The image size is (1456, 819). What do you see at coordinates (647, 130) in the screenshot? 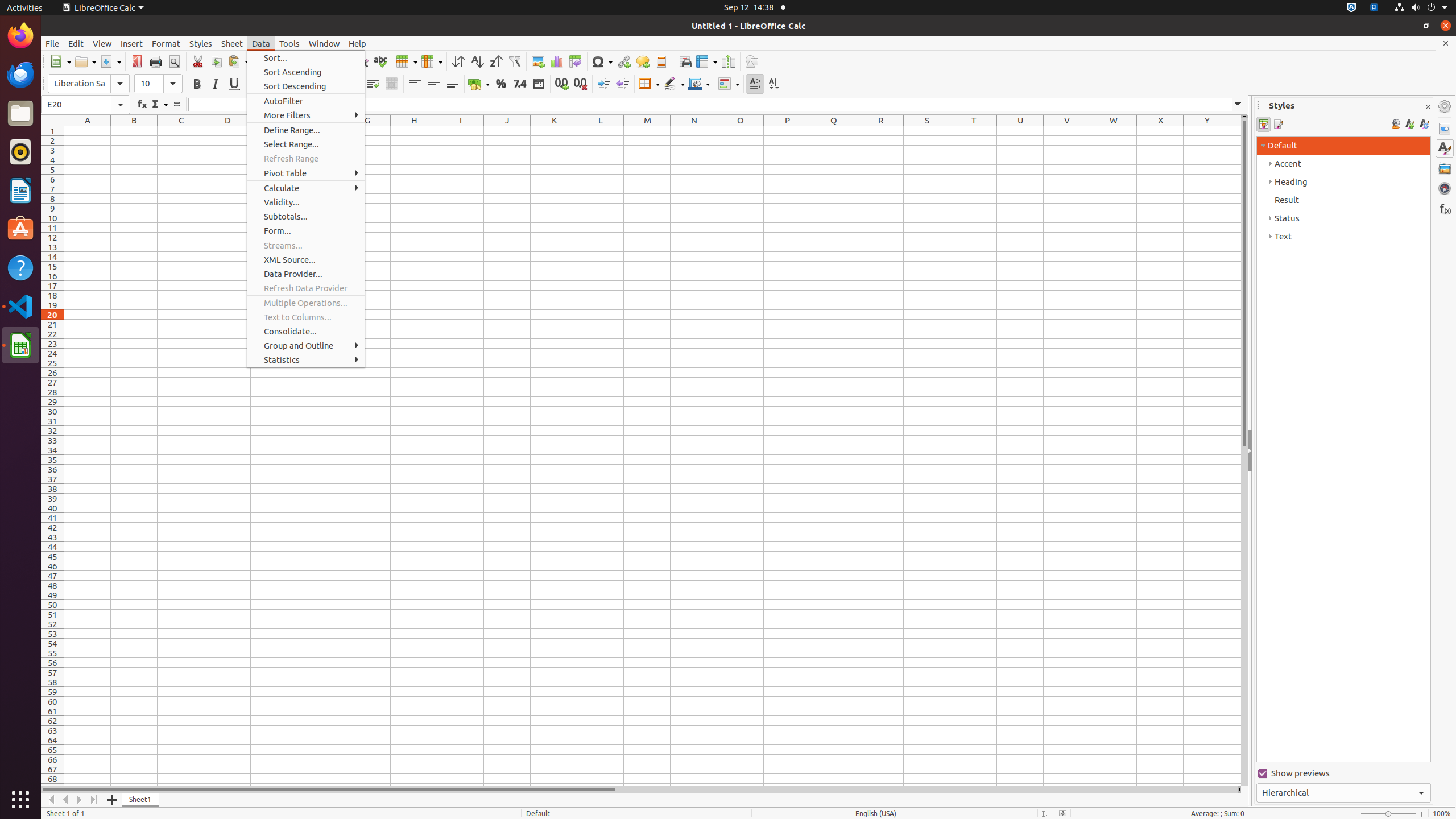
I see `'M1'` at bounding box center [647, 130].